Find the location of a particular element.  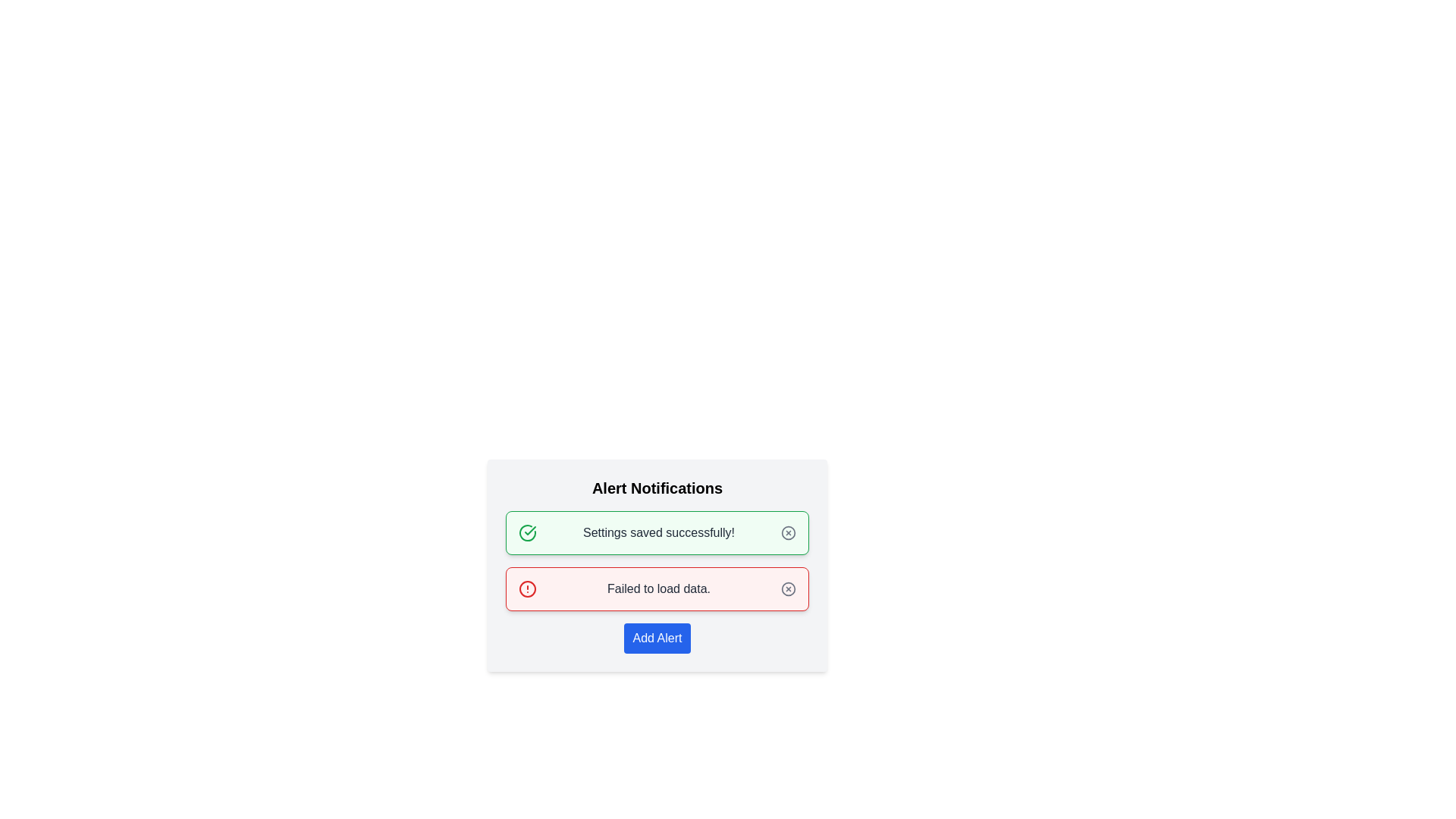

the graphical icon that signifies a positive confirmation within the green alert box displaying 'Settings saved successfully!' is located at coordinates (528, 532).